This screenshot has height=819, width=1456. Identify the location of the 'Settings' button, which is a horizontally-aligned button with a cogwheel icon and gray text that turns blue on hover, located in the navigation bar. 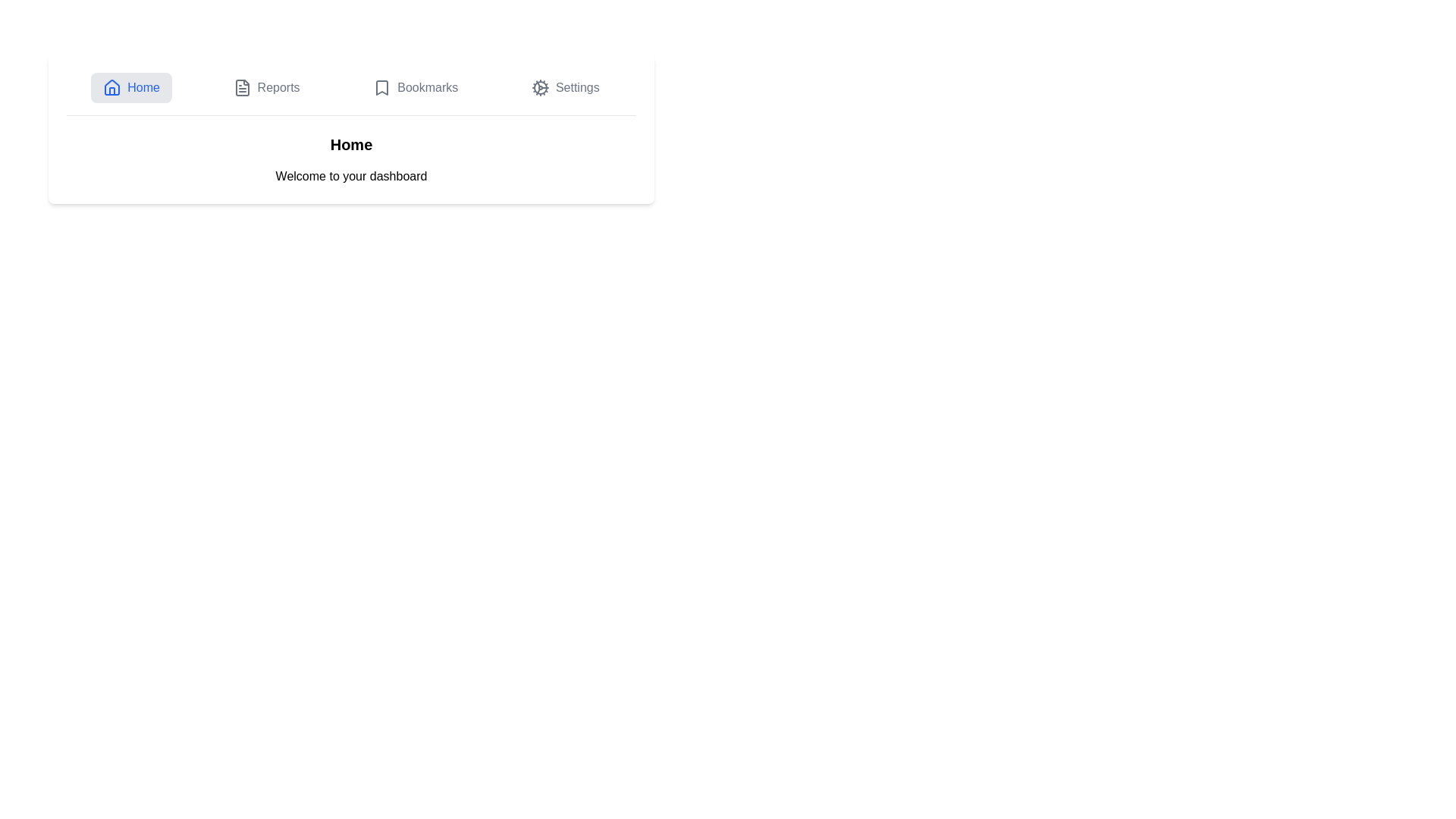
(564, 87).